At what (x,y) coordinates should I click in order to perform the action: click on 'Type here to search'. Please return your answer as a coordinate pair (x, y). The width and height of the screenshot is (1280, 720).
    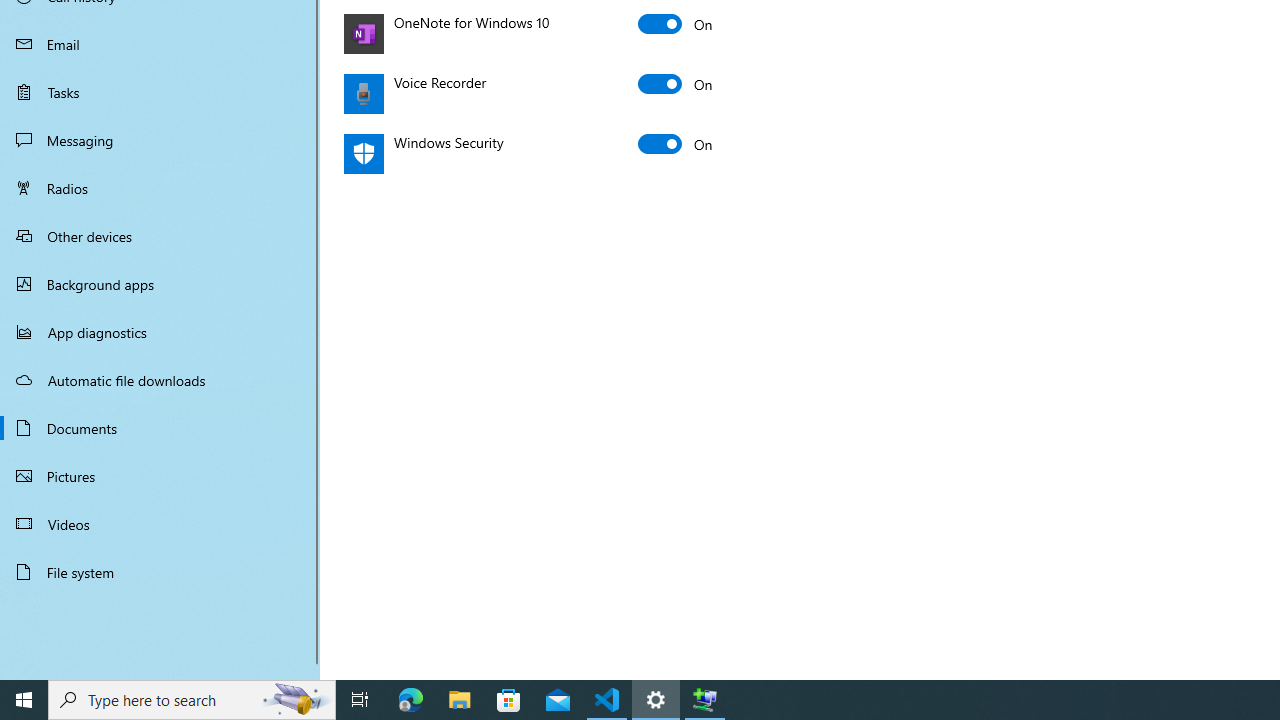
    Looking at the image, I should click on (192, 698).